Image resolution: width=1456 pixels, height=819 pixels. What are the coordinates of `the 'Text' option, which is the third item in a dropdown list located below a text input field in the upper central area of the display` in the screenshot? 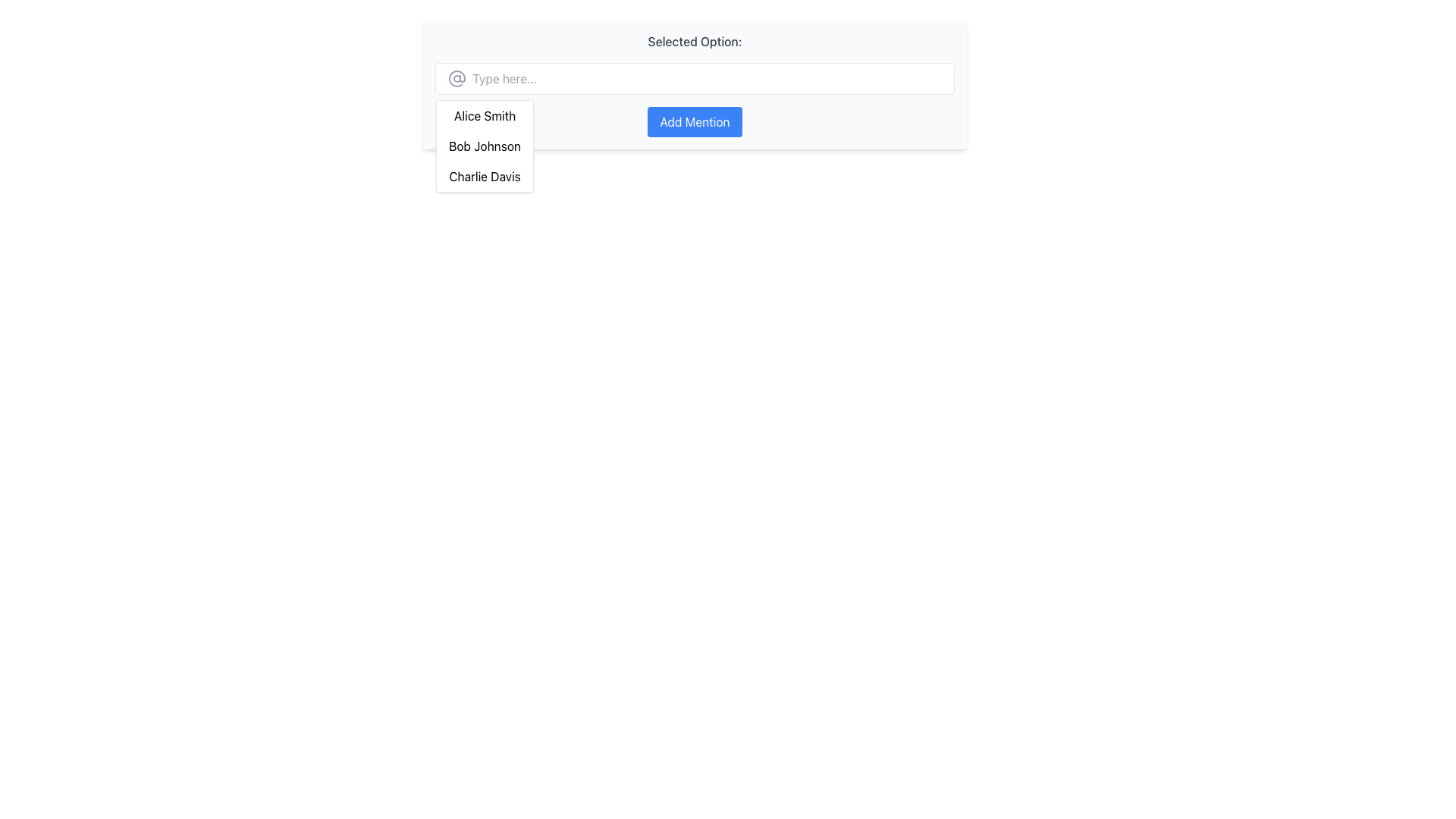 It's located at (484, 175).